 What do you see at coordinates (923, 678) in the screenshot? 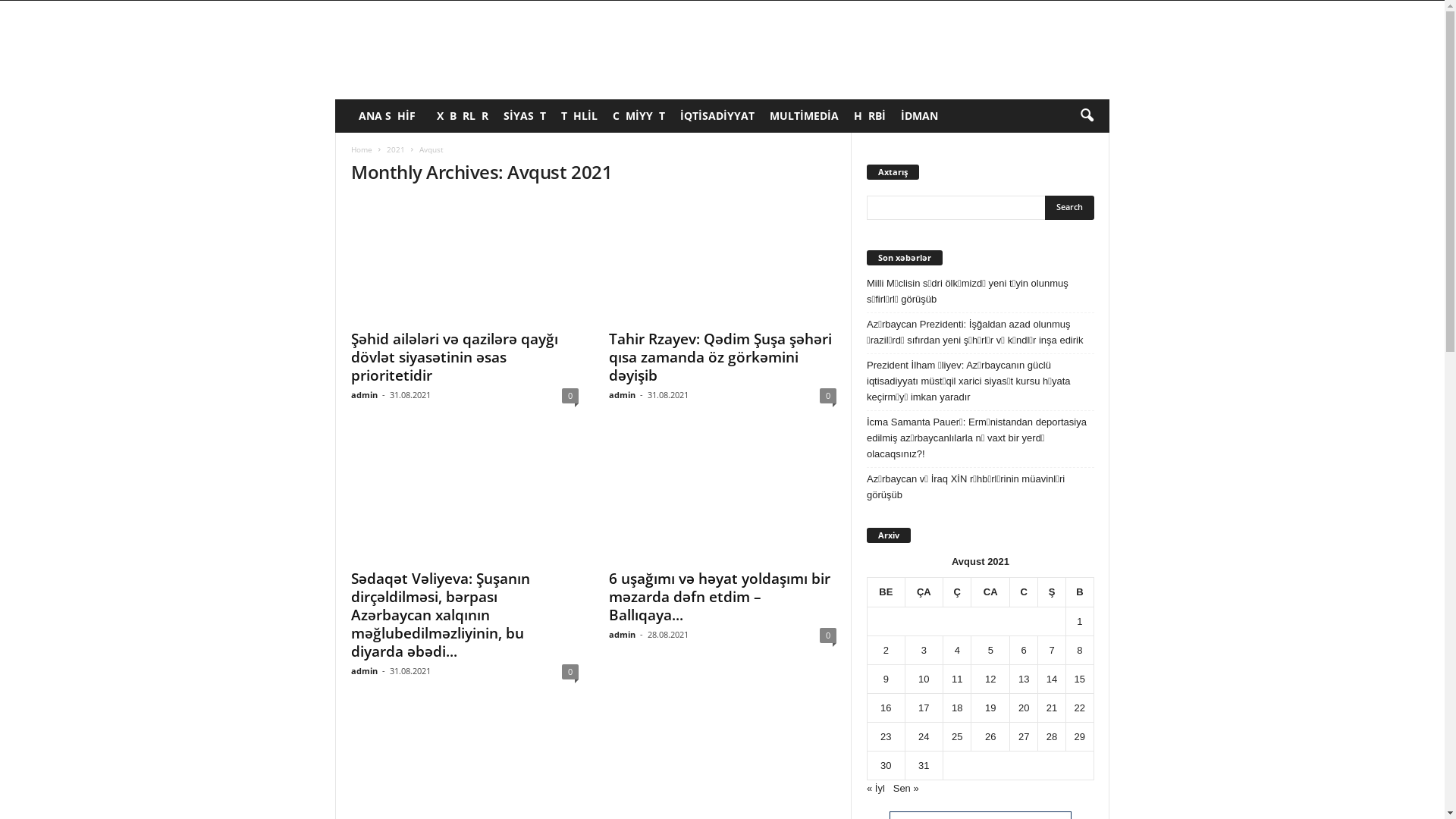
I see `'10'` at bounding box center [923, 678].